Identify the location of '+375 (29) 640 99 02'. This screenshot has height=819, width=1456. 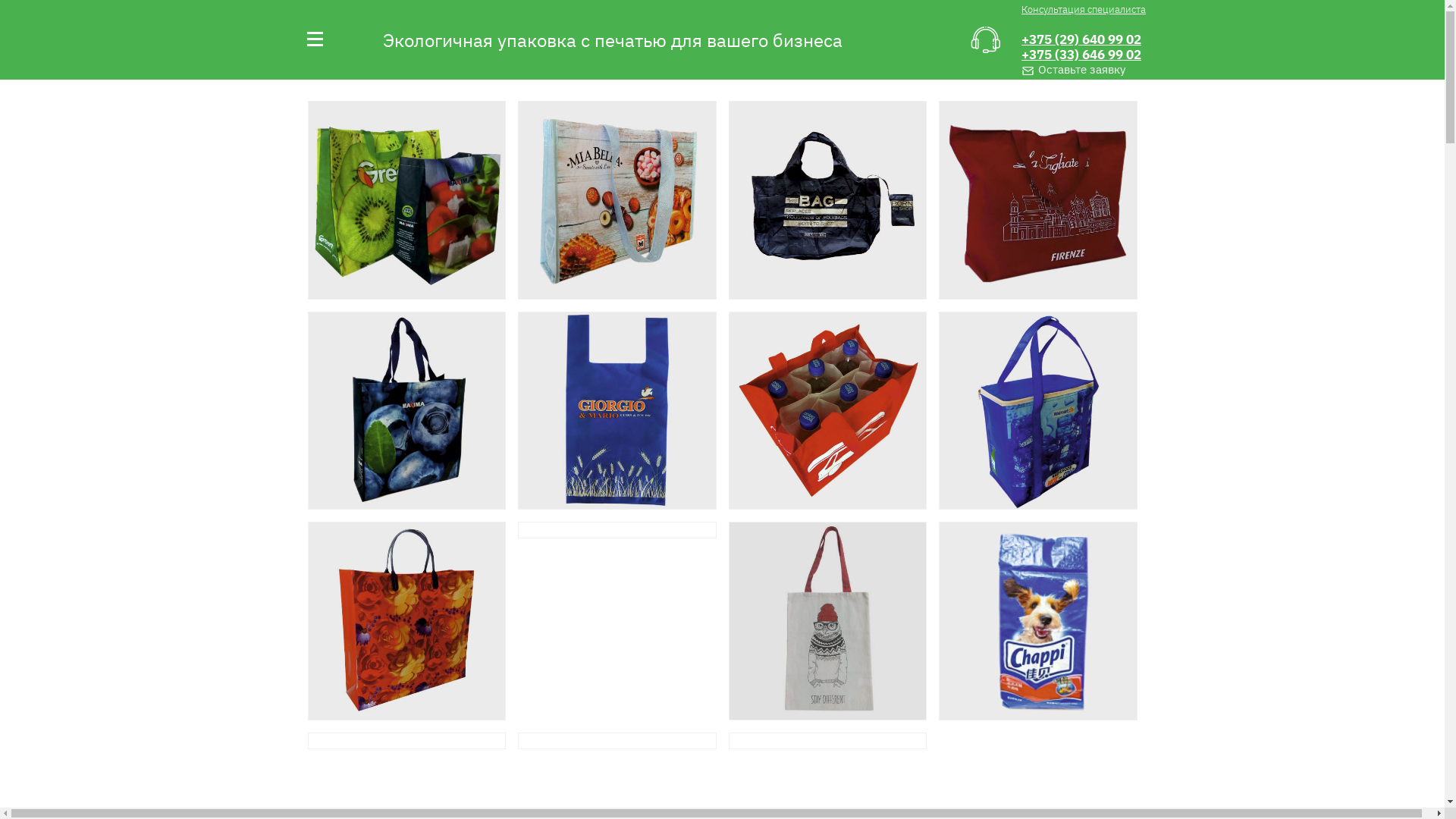
(1080, 38).